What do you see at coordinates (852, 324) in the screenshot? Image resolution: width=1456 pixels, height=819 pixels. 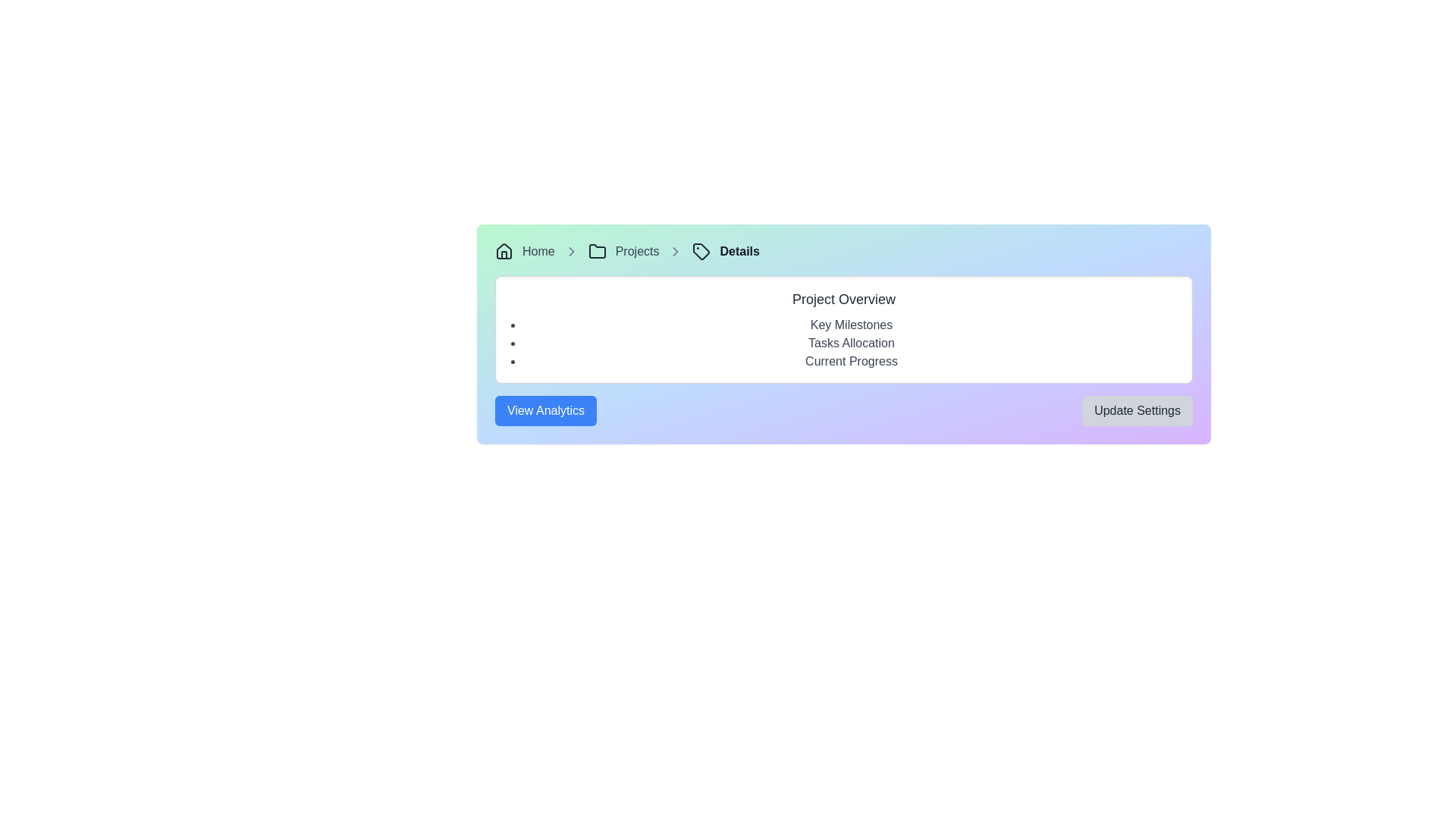 I see `the static text label displaying 'Key Milestones', which is the first item in the bullet-point list under the 'Project Overview' section` at bounding box center [852, 324].